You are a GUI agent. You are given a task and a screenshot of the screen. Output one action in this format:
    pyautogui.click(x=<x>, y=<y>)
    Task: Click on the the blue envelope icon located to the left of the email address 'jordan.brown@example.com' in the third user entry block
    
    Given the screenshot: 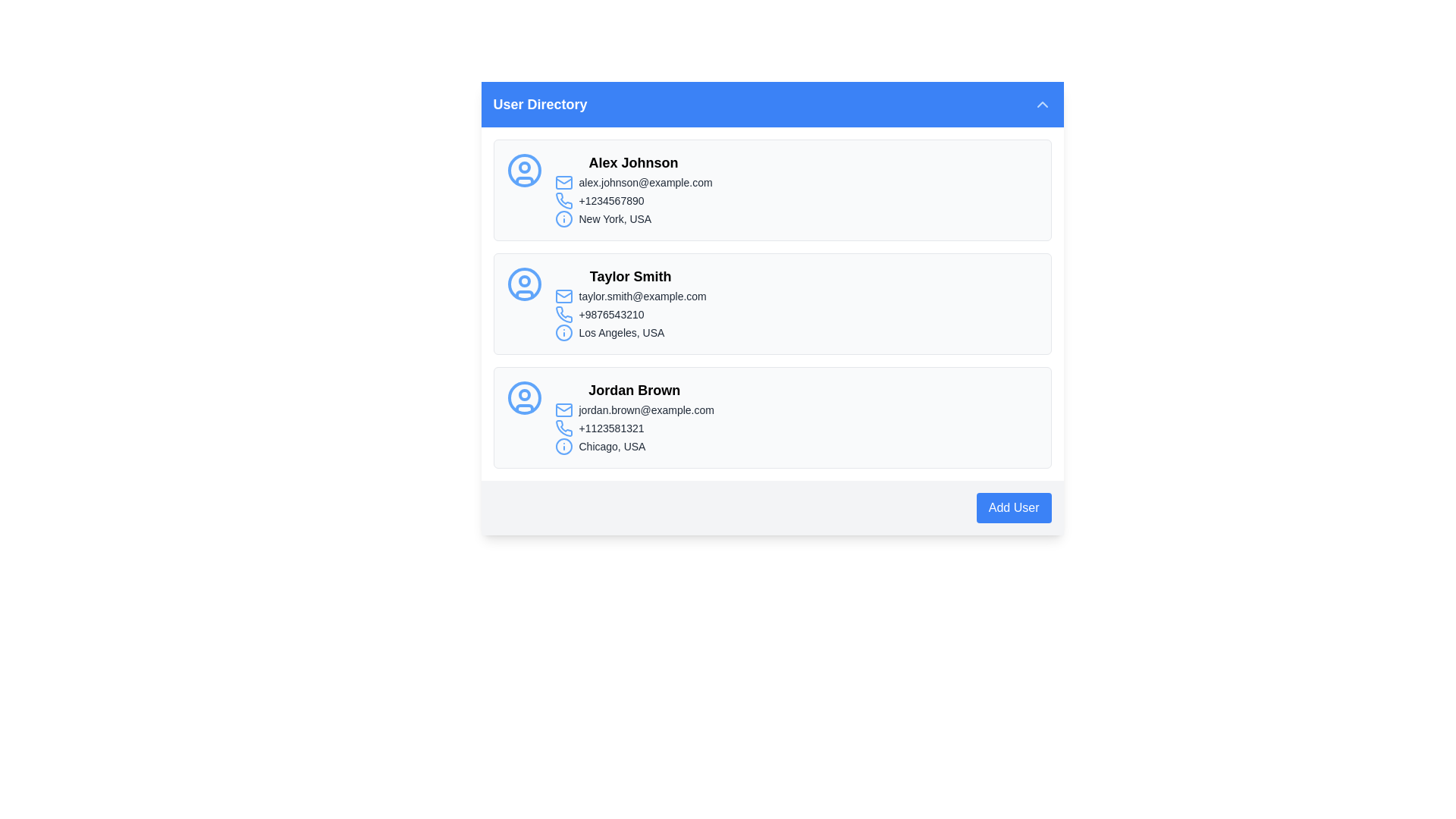 What is the action you would take?
    pyautogui.click(x=563, y=409)
    